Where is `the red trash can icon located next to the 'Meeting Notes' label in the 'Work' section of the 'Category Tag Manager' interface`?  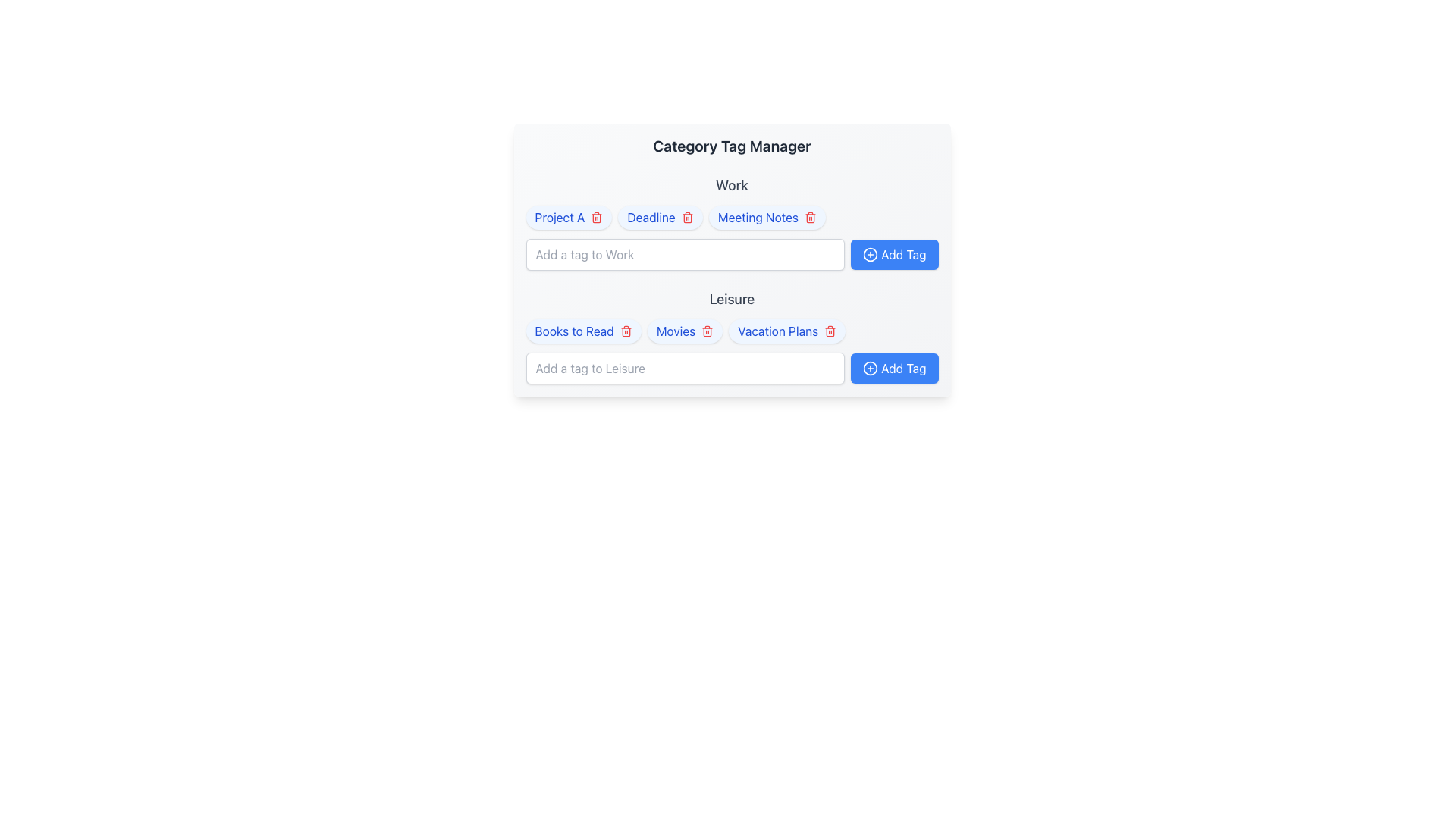 the red trash can icon located next to the 'Meeting Notes' label in the 'Work' section of the 'Category Tag Manager' interface is located at coordinates (809, 218).